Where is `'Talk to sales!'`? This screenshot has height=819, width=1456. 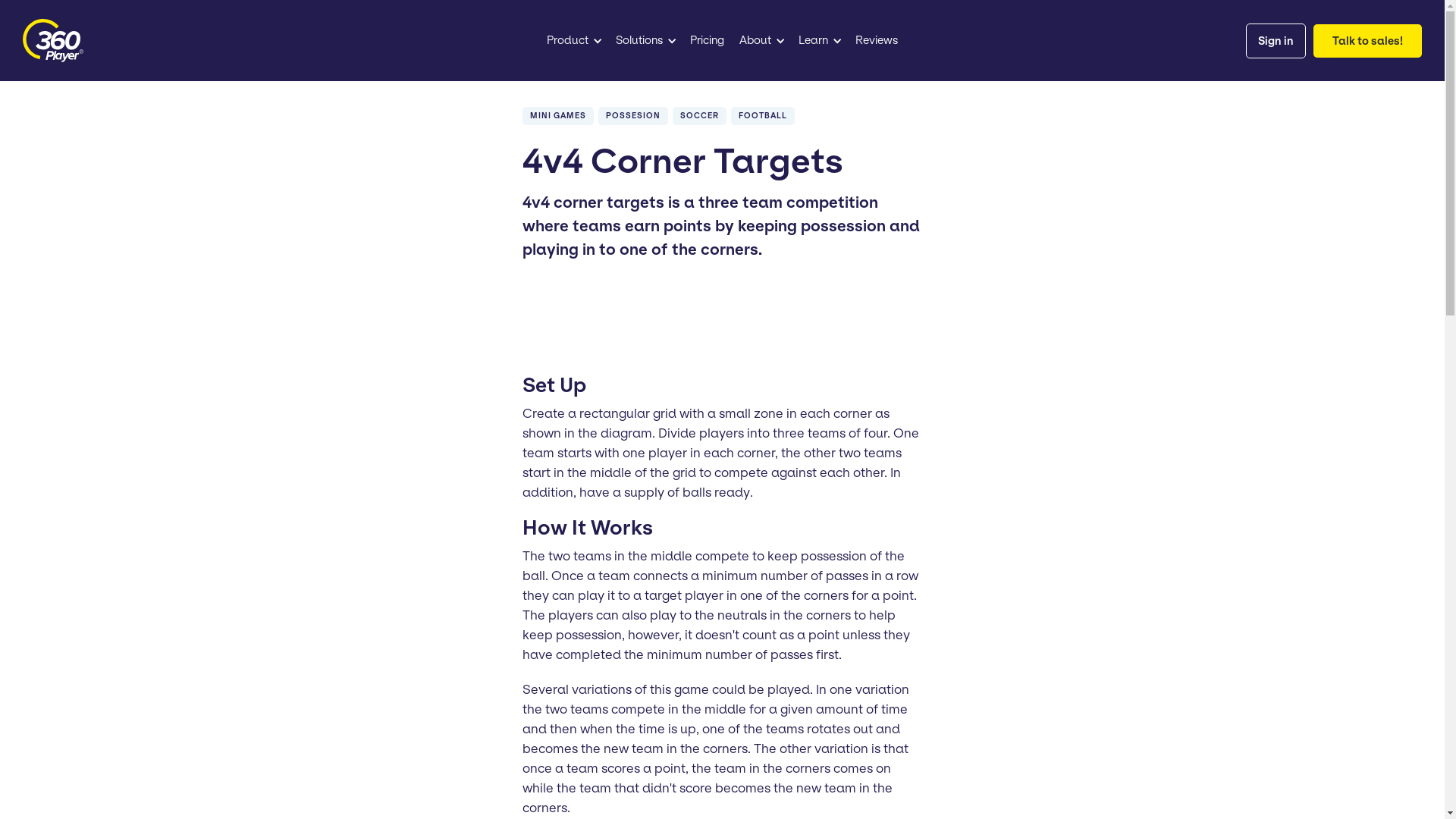
'Talk to sales!' is located at coordinates (1367, 40).